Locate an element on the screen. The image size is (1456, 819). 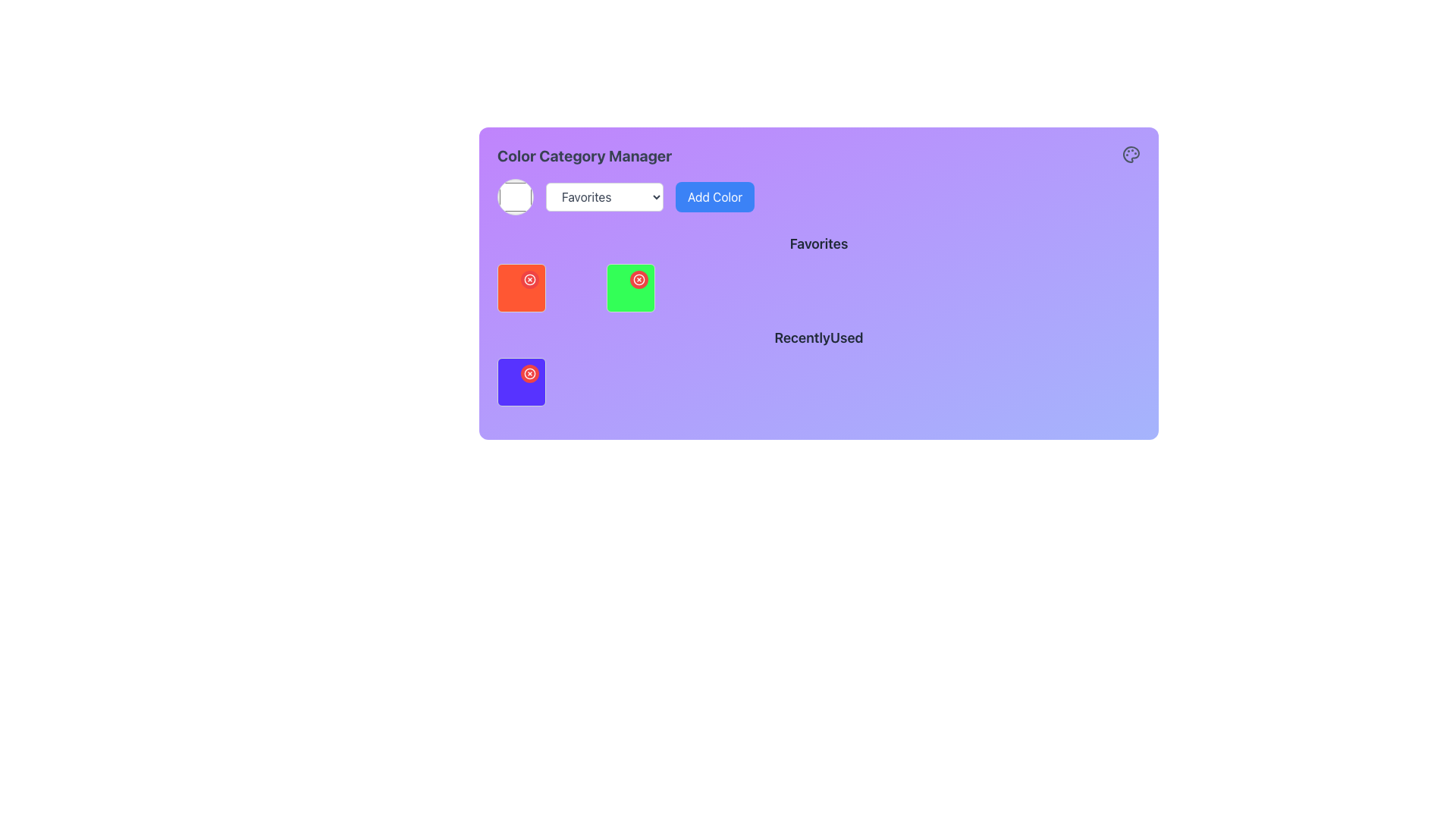
the color palette icon located in the top-right corner of the 'Color Category Manager' panel is located at coordinates (1131, 155).